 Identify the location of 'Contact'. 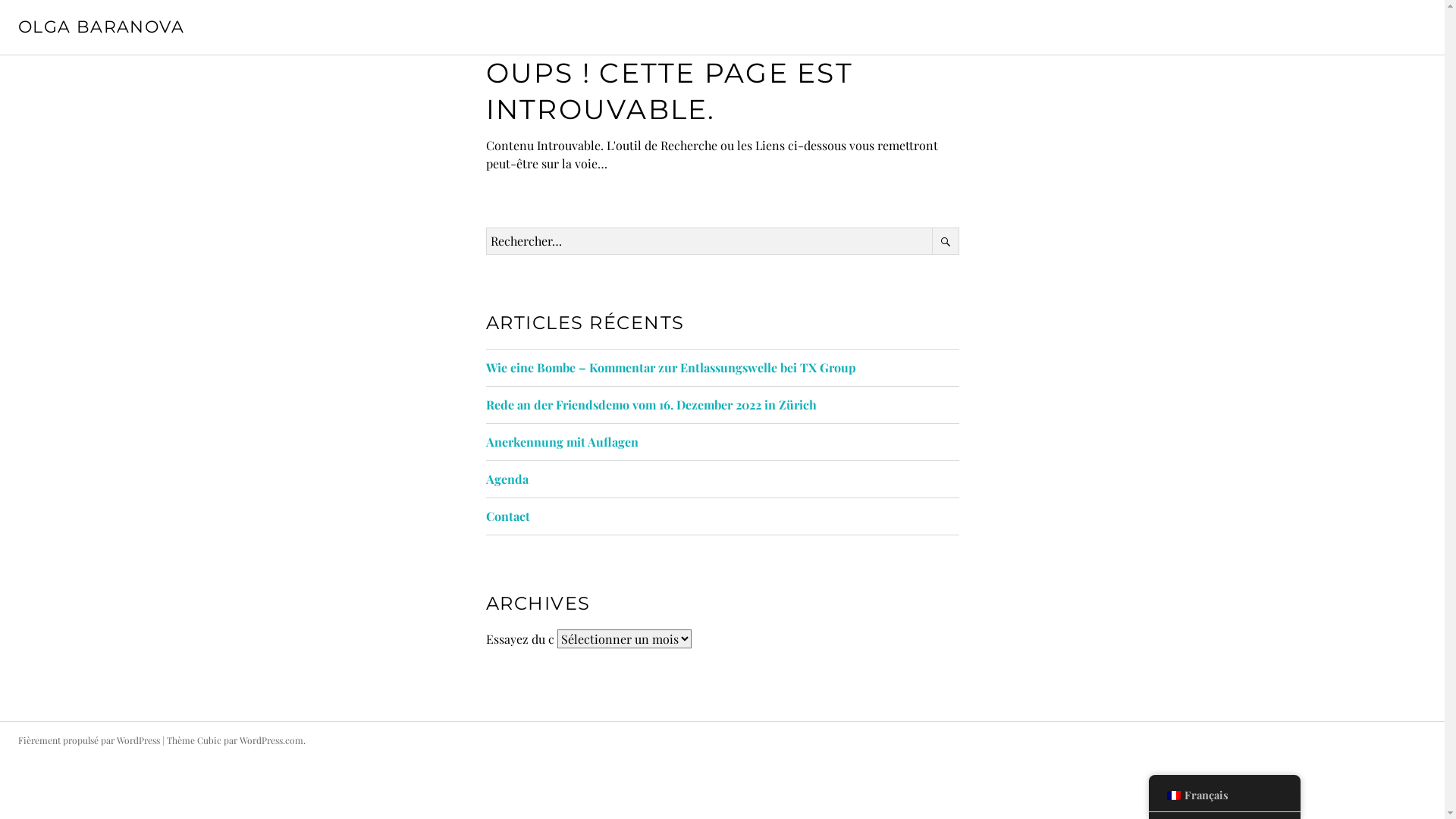
(507, 515).